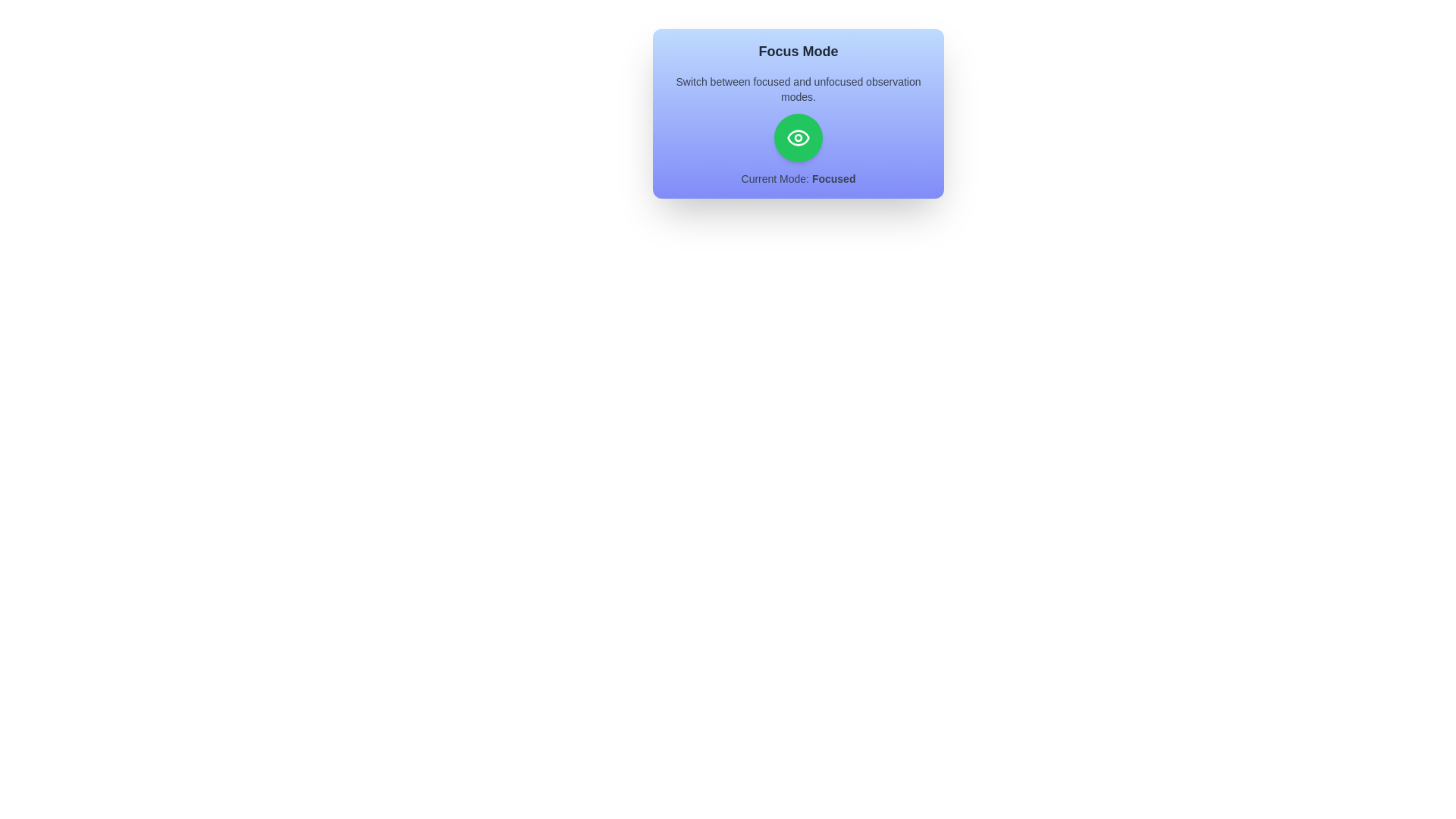 The image size is (1456, 819). Describe the element at coordinates (797, 137) in the screenshot. I see `the toggle button to switch the focus mode` at that location.